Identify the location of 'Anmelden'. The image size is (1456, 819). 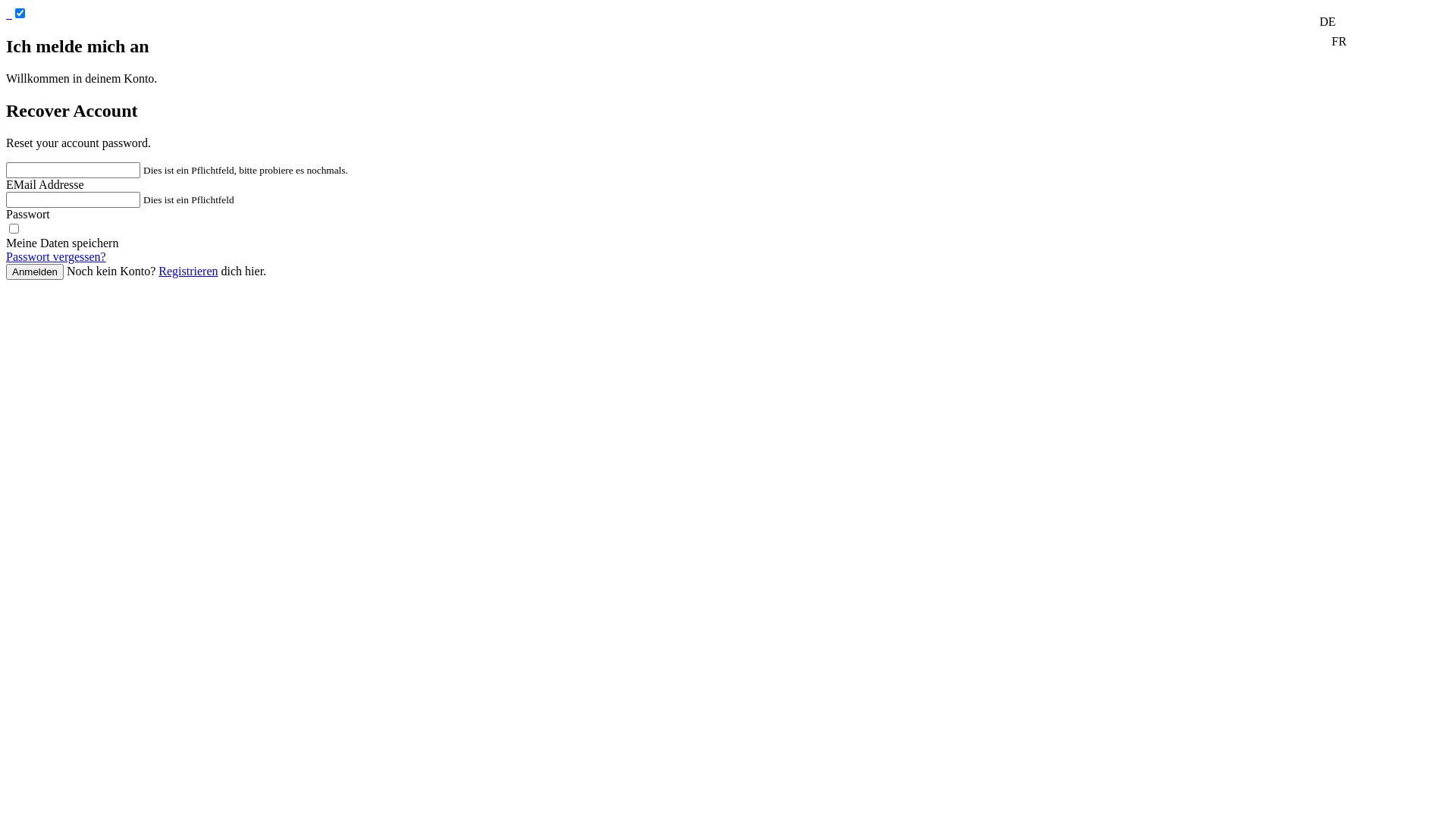
(6, 271).